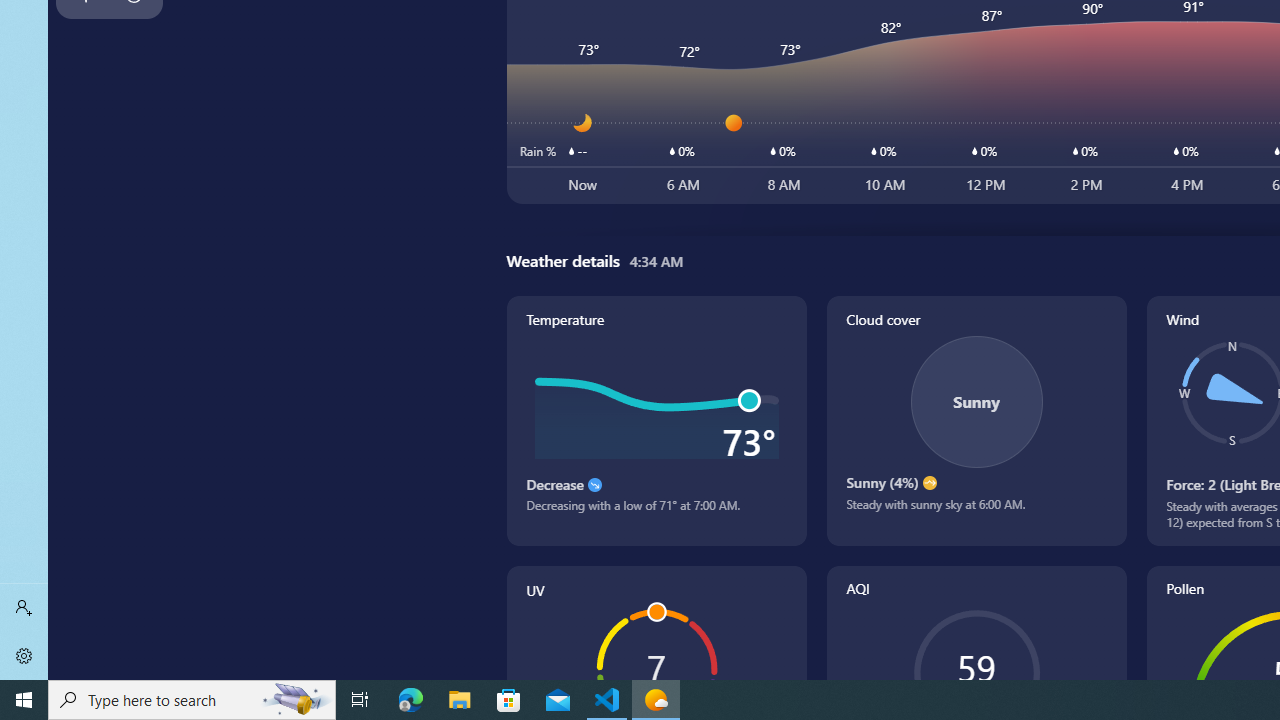 The width and height of the screenshot is (1280, 720). What do you see at coordinates (24, 655) in the screenshot?
I see `'Settings'` at bounding box center [24, 655].